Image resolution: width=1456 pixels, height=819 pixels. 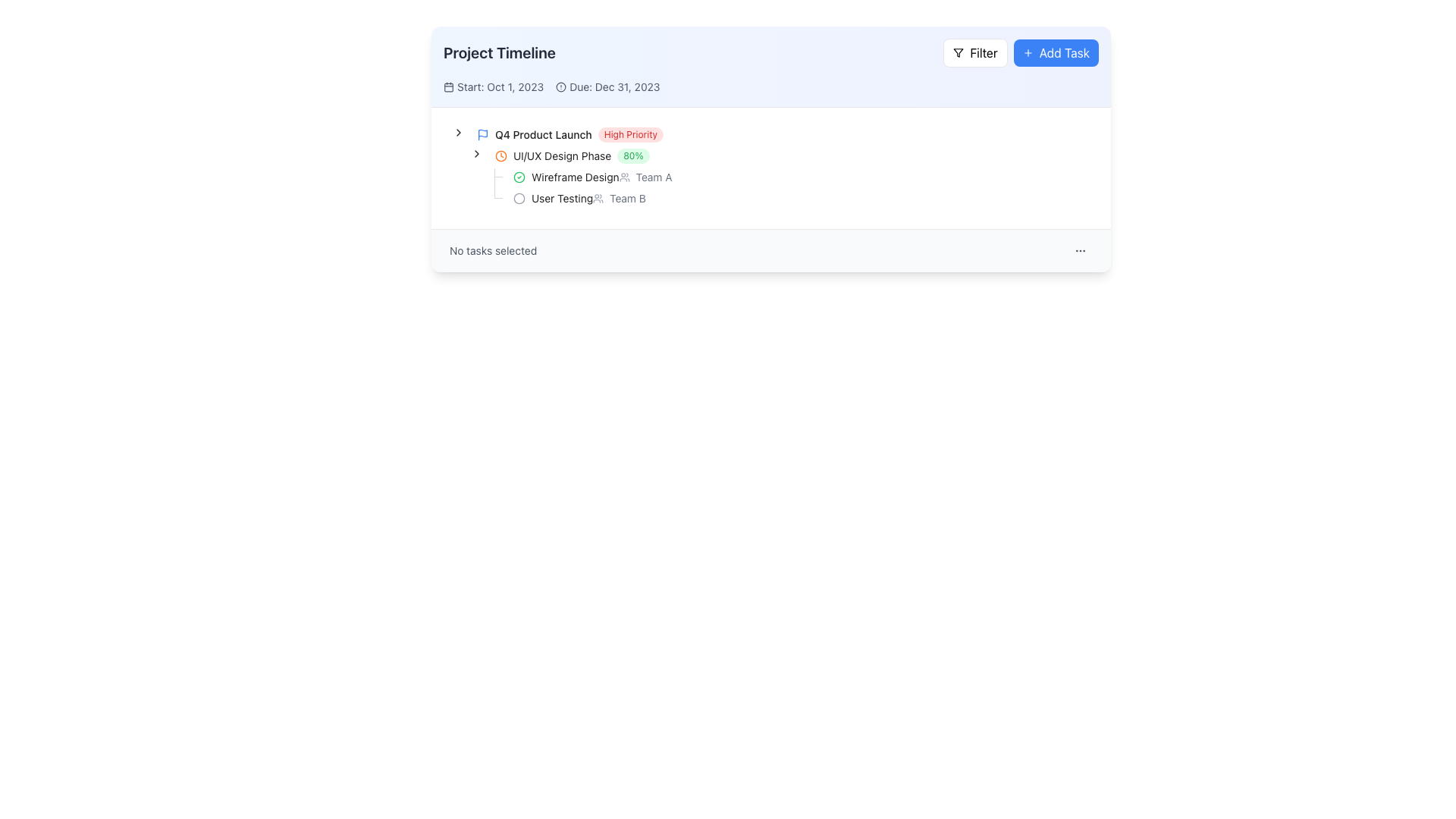 I want to click on the indentation marker line located to the leftmost side of the 'Wireframe Design Team A' item in the navigation tree structure, so click(x=467, y=177).